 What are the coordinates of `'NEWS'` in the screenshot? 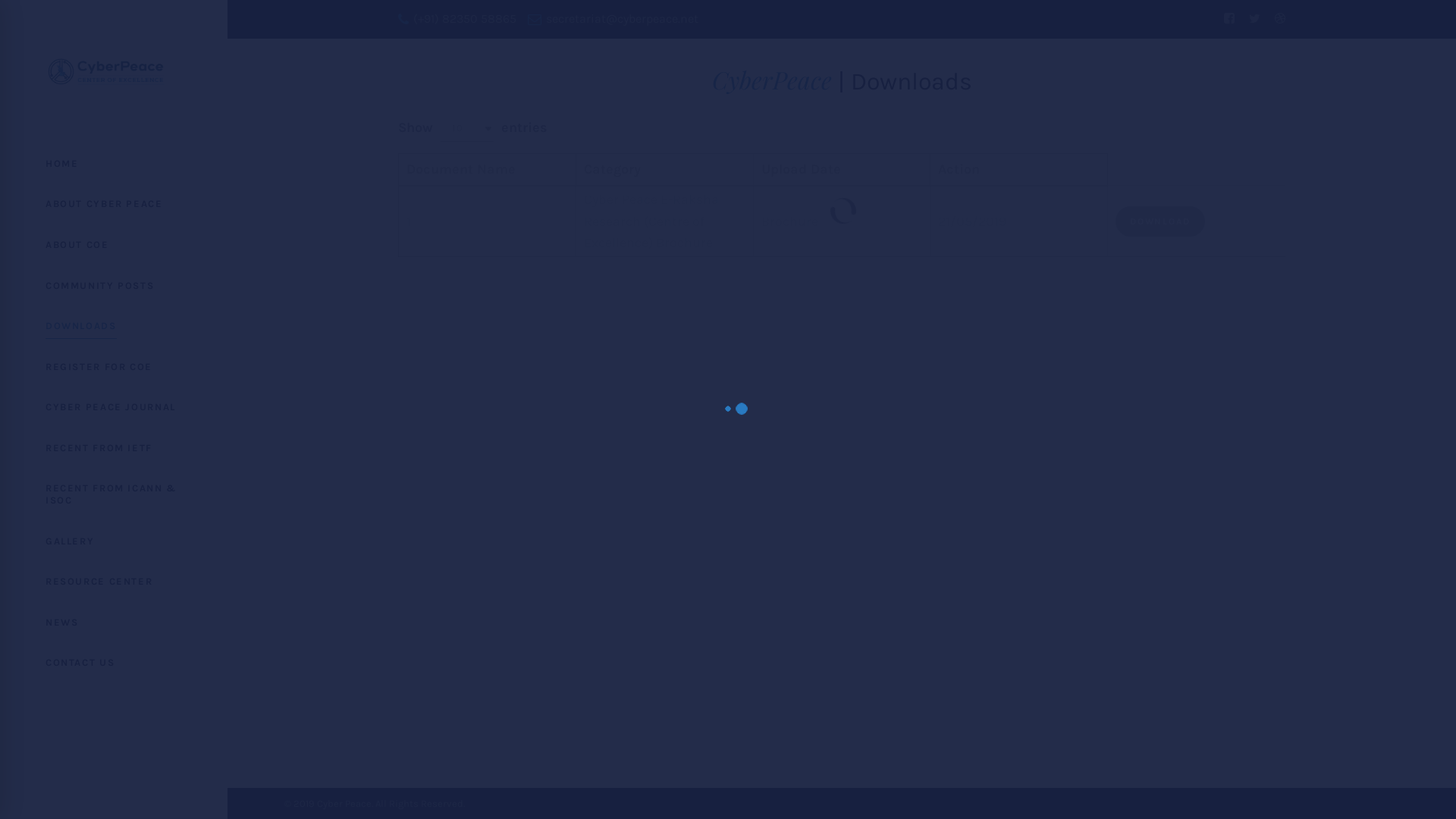 It's located at (112, 623).